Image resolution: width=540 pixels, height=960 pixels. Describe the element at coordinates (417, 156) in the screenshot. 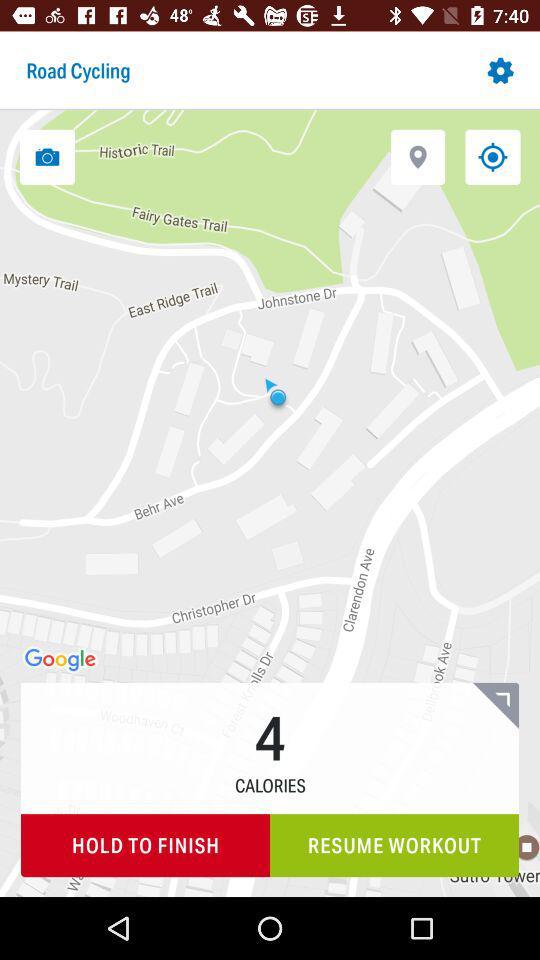

I see `the location icon` at that location.